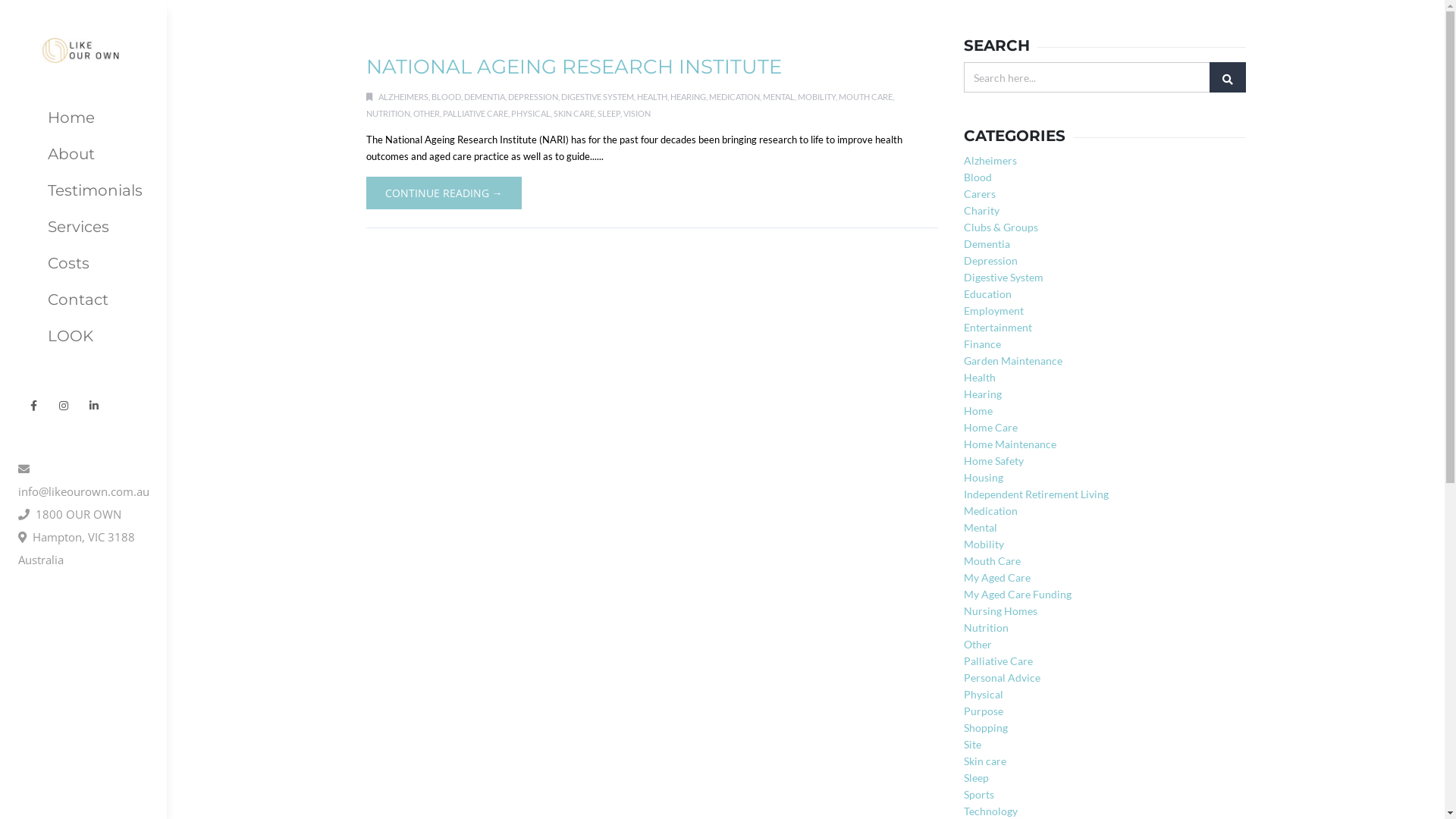 The height and width of the screenshot is (819, 1456). What do you see at coordinates (997, 326) in the screenshot?
I see `'Entertainment'` at bounding box center [997, 326].